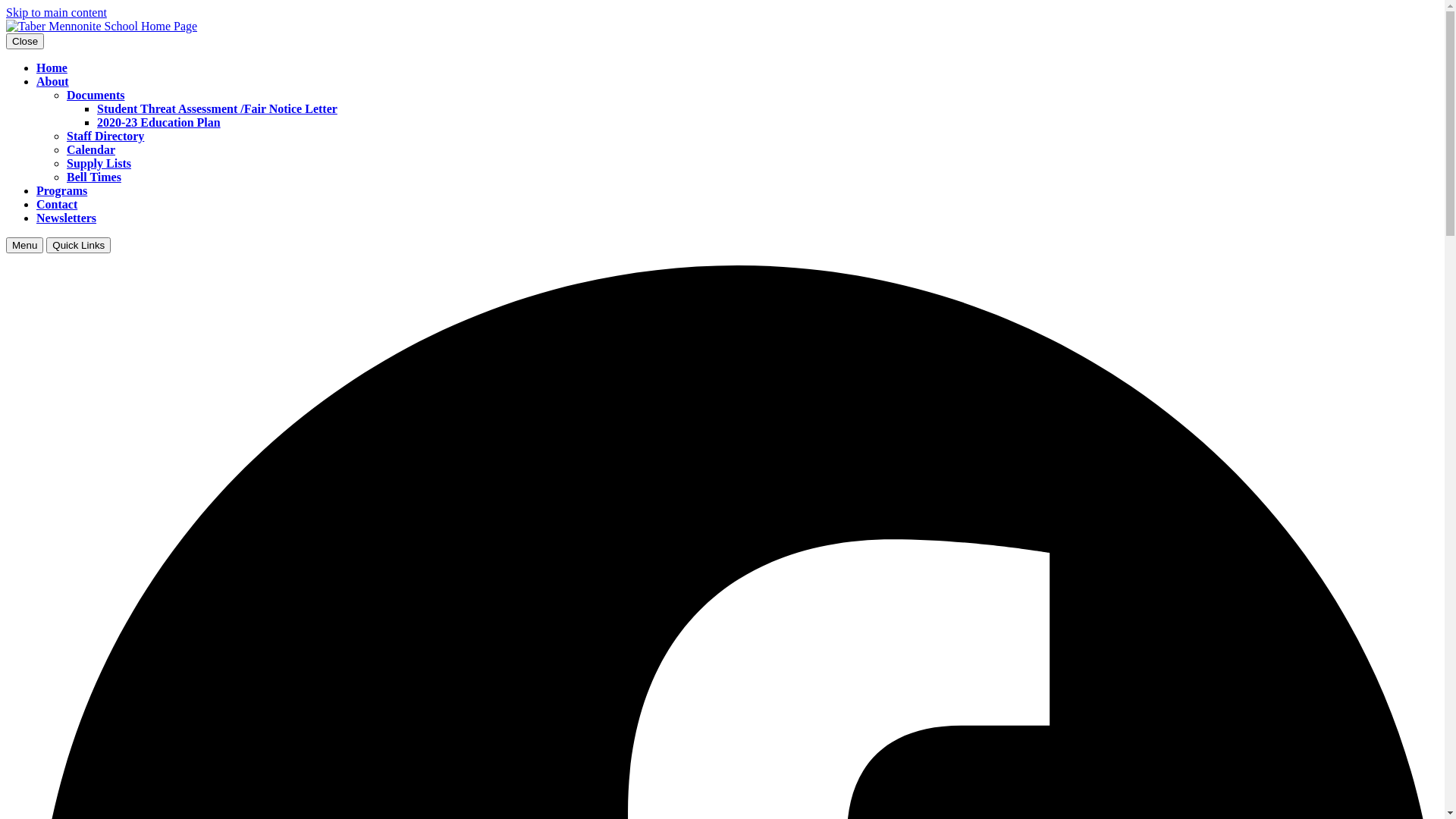  What do you see at coordinates (36, 81) in the screenshot?
I see `'About'` at bounding box center [36, 81].